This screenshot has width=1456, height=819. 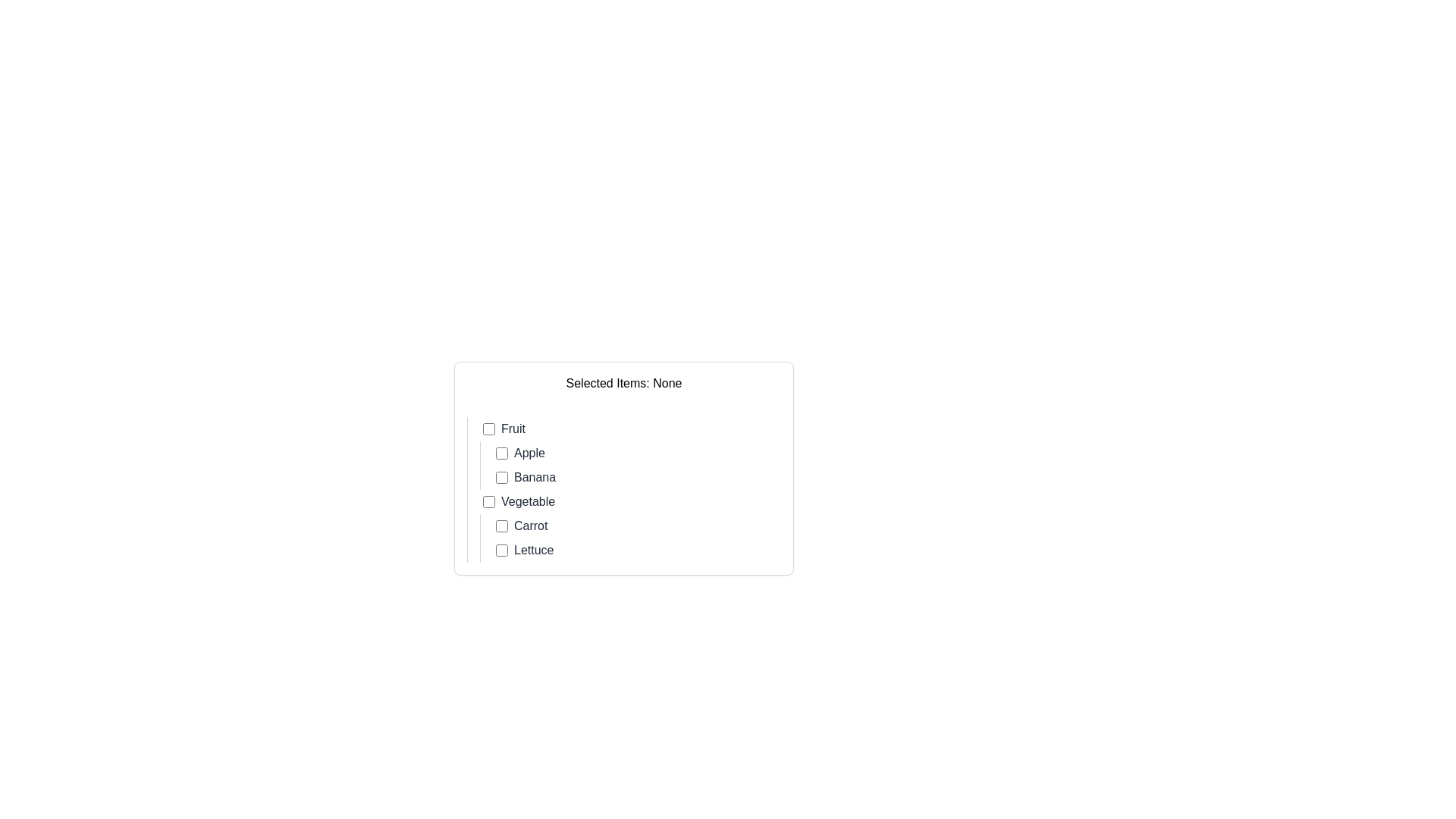 I want to click on the 'Banana' label, which is the second item under the 'Fruit' category, so click(x=535, y=476).